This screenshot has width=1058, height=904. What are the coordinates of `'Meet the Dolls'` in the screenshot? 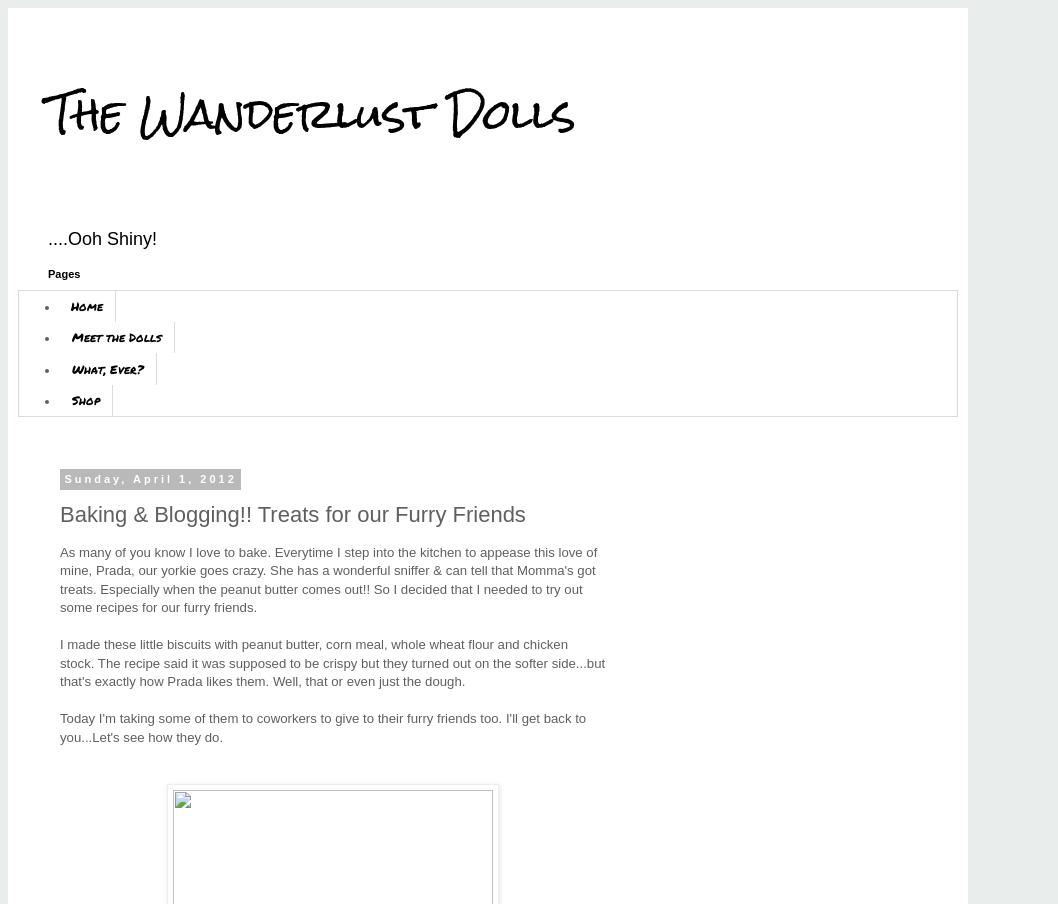 It's located at (116, 337).